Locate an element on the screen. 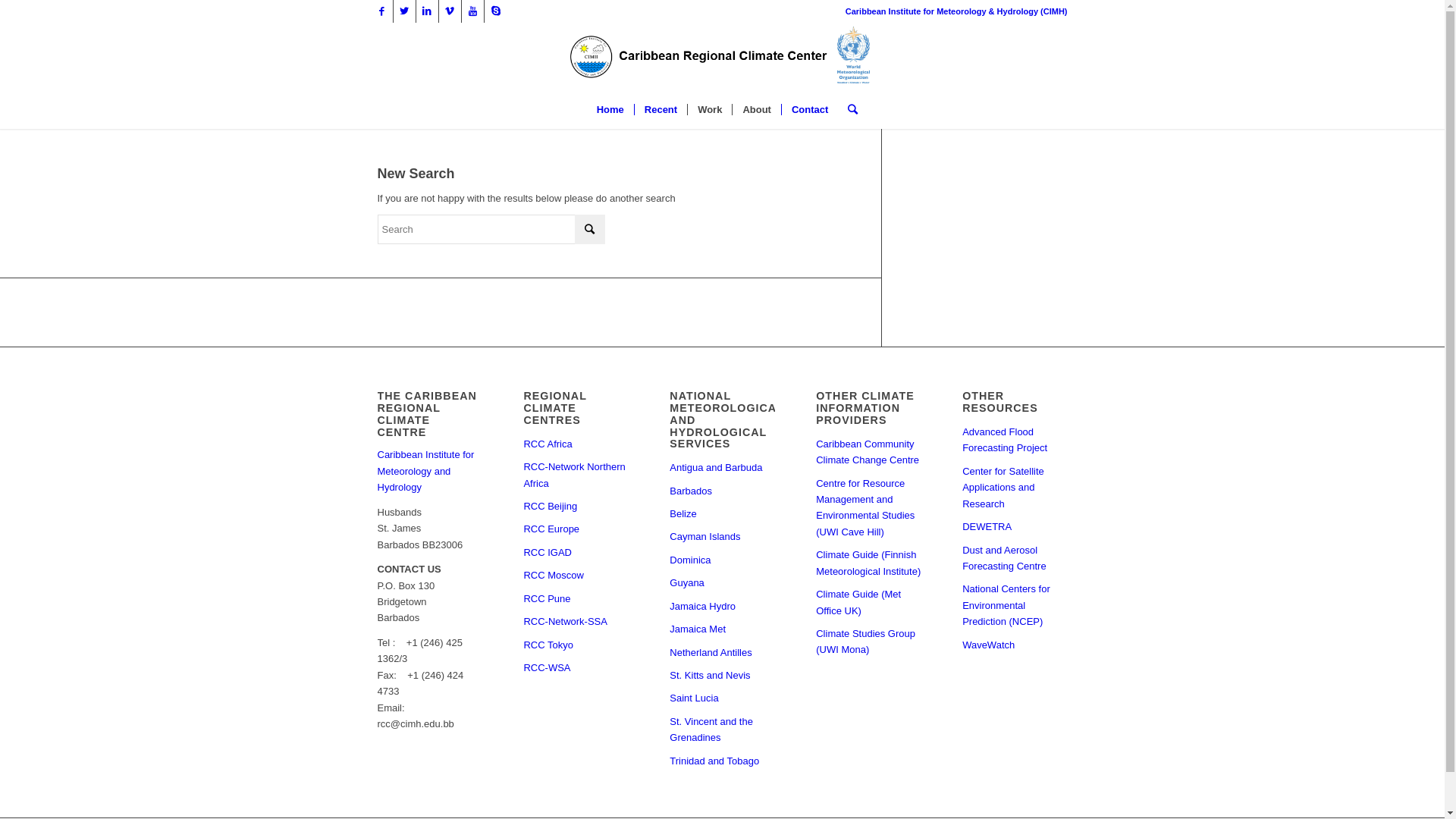 This screenshot has width=1456, height=819. 'RCC Africa' is located at coordinates (574, 444).